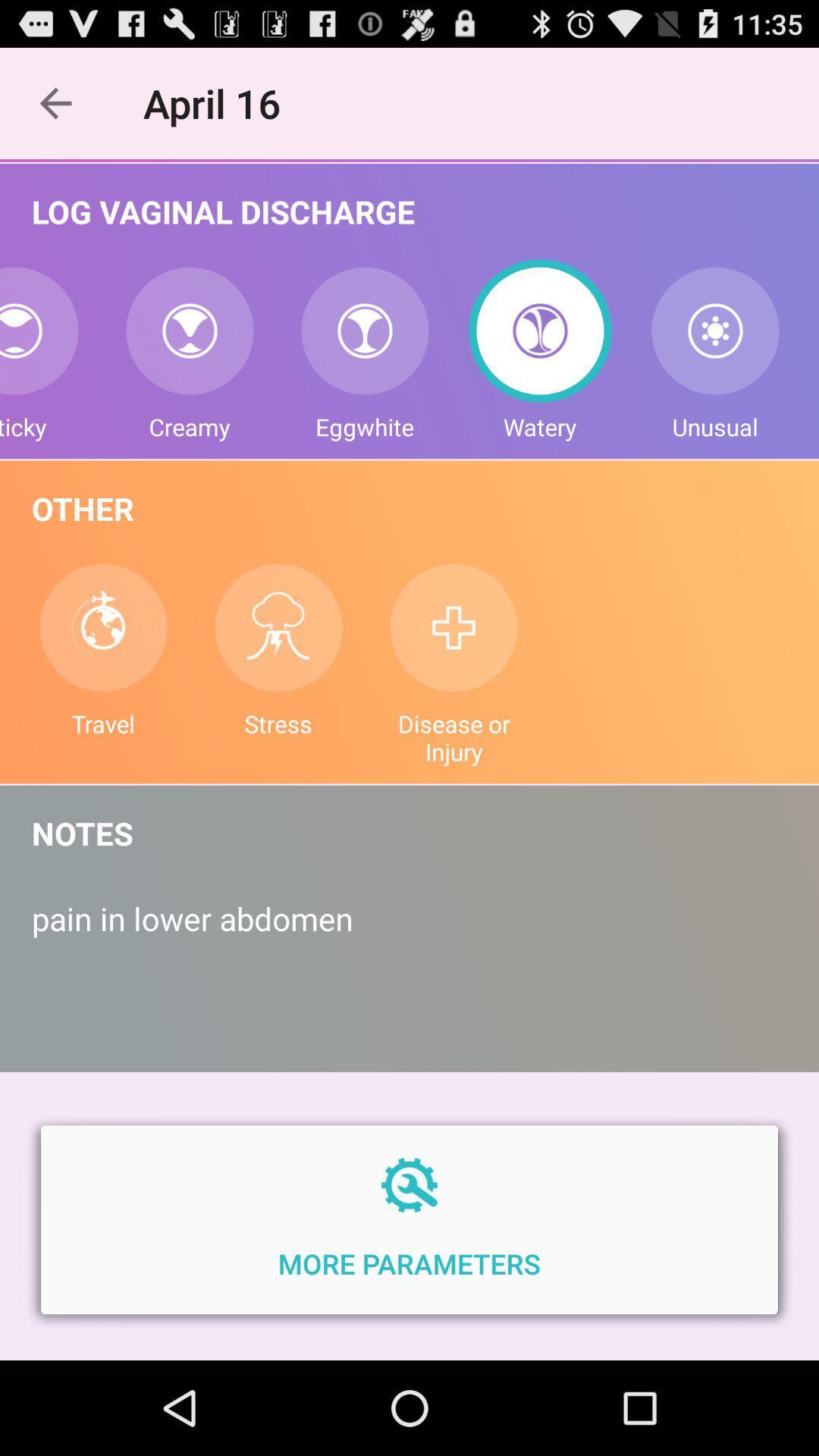  What do you see at coordinates (55, 102) in the screenshot?
I see `the item to the left of april 16 icon` at bounding box center [55, 102].